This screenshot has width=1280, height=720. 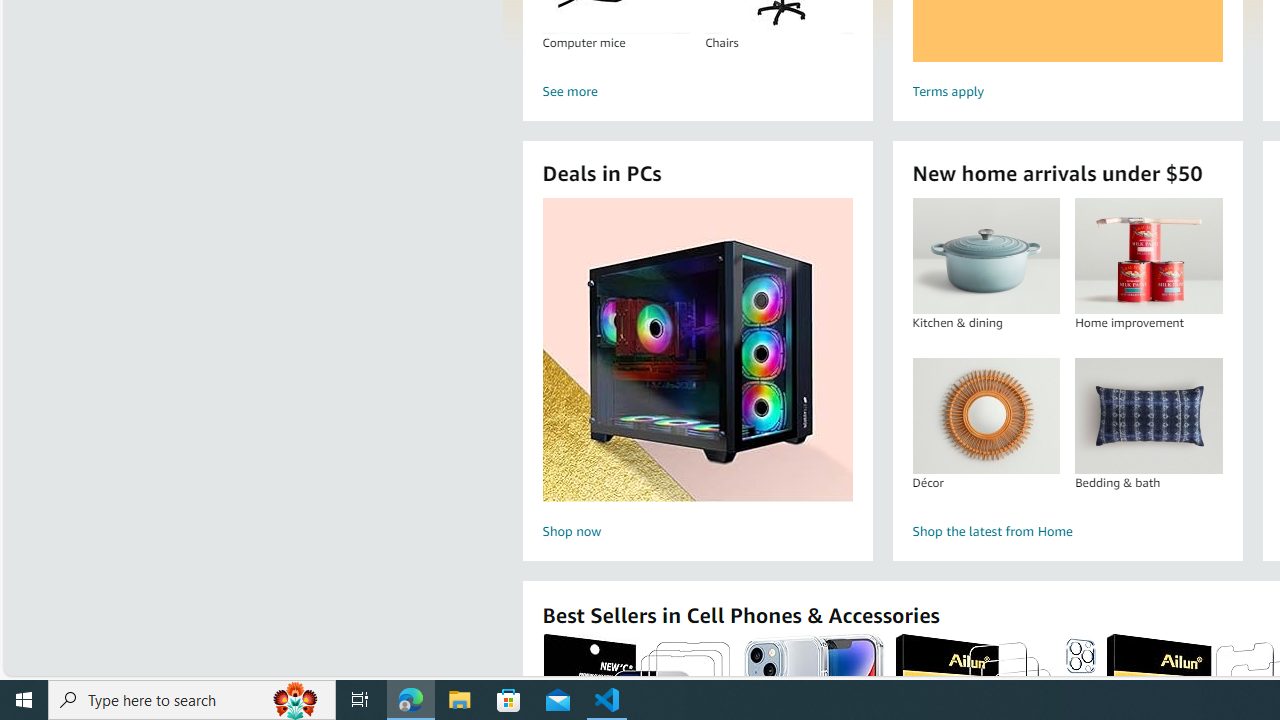 What do you see at coordinates (985, 255) in the screenshot?
I see `'Kitchen & dining'` at bounding box center [985, 255].